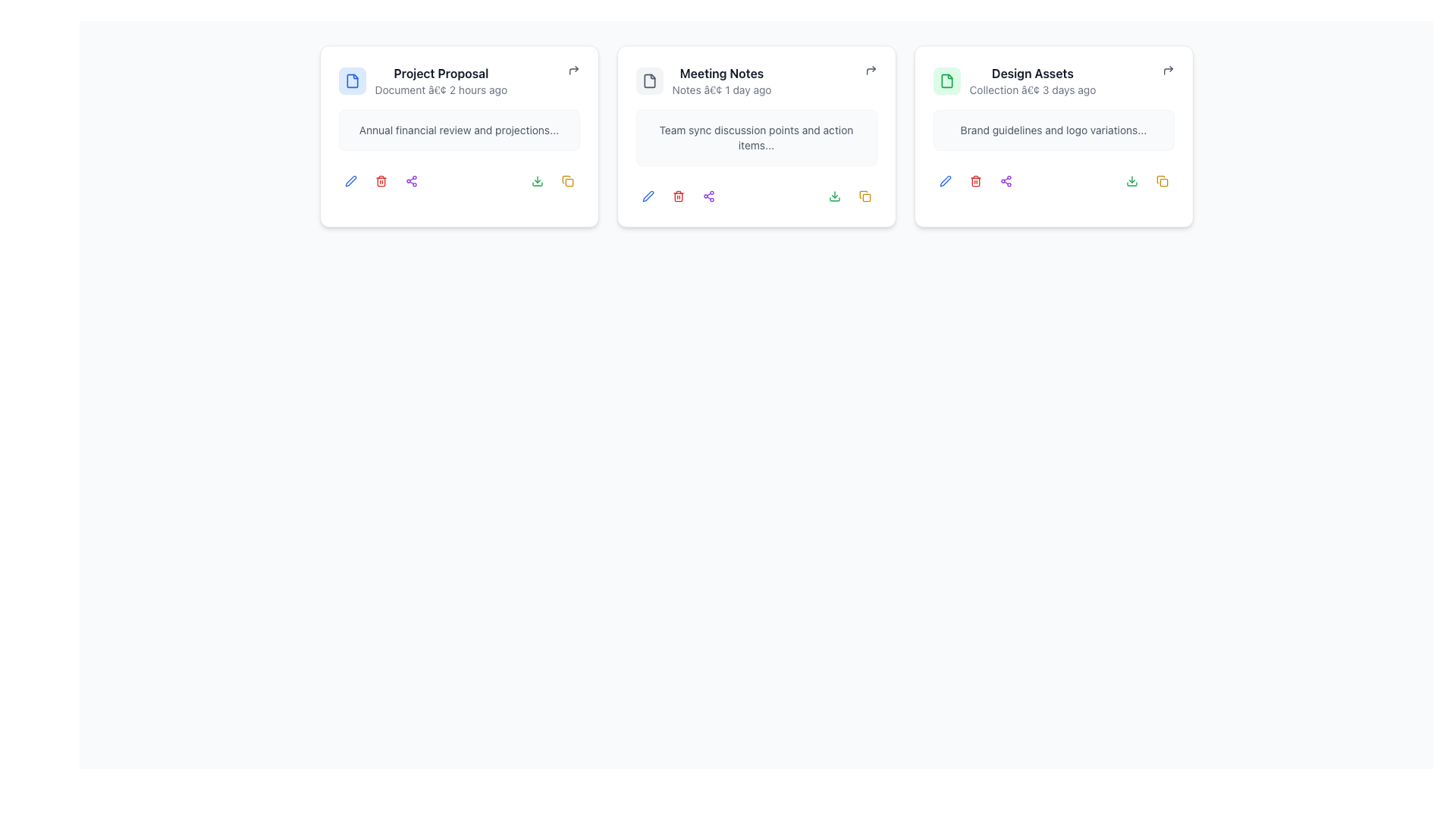 Image resolution: width=1456 pixels, height=819 pixels. Describe the element at coordinates (720, 81) in the screenshot. I see `the text header and subtitle combination that serves as the header for its card, located in the center card of a horizontal row of three cards, positioned near the top section above a descriptive sentence and below a small document icon` at that location.